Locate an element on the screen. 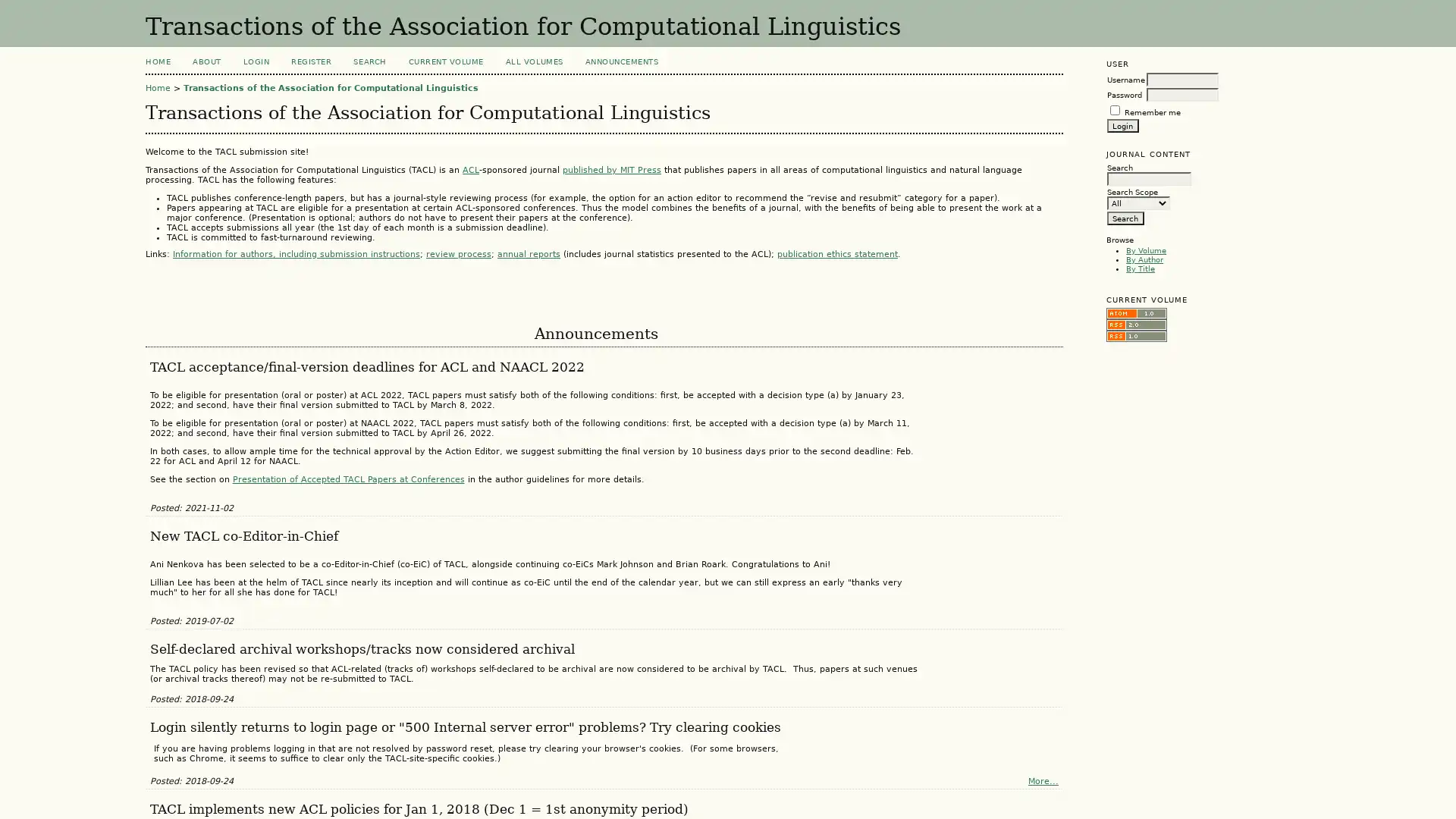  Search is located at coordinates (1125, 217).